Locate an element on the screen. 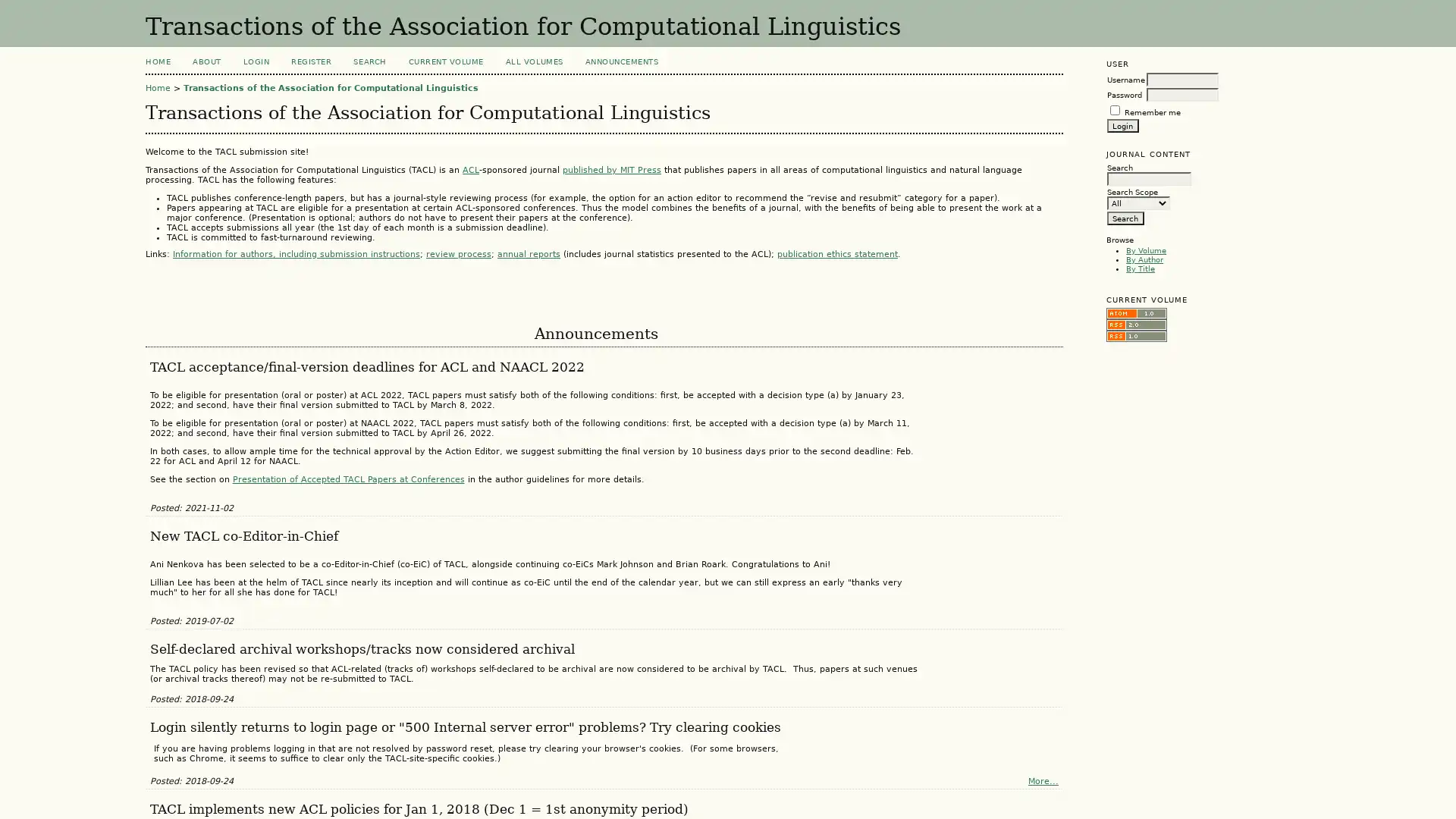  Search is located at coordinates (1125, 217).